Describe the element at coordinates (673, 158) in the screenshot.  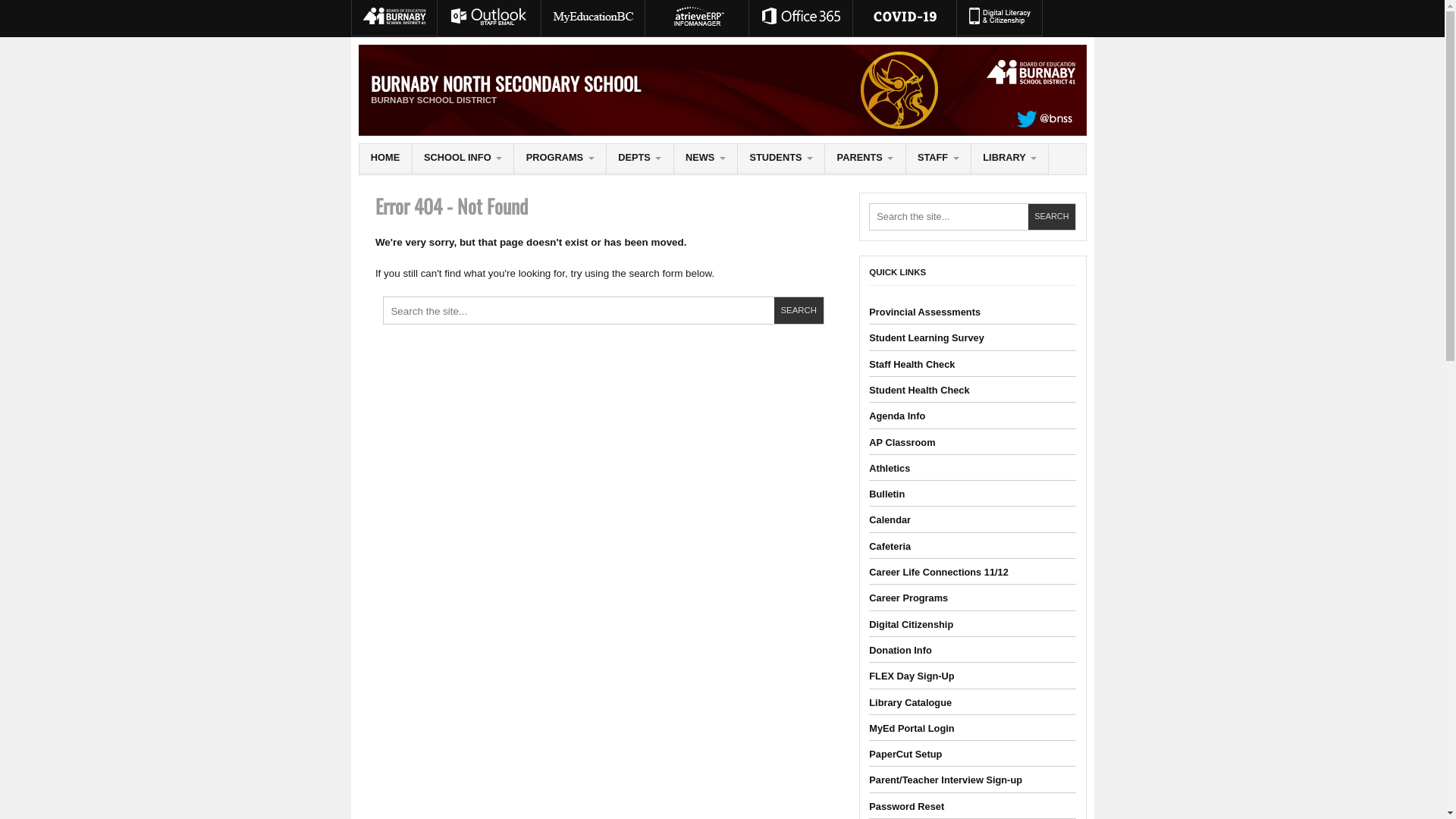
I see `'NEWS'` at that location.